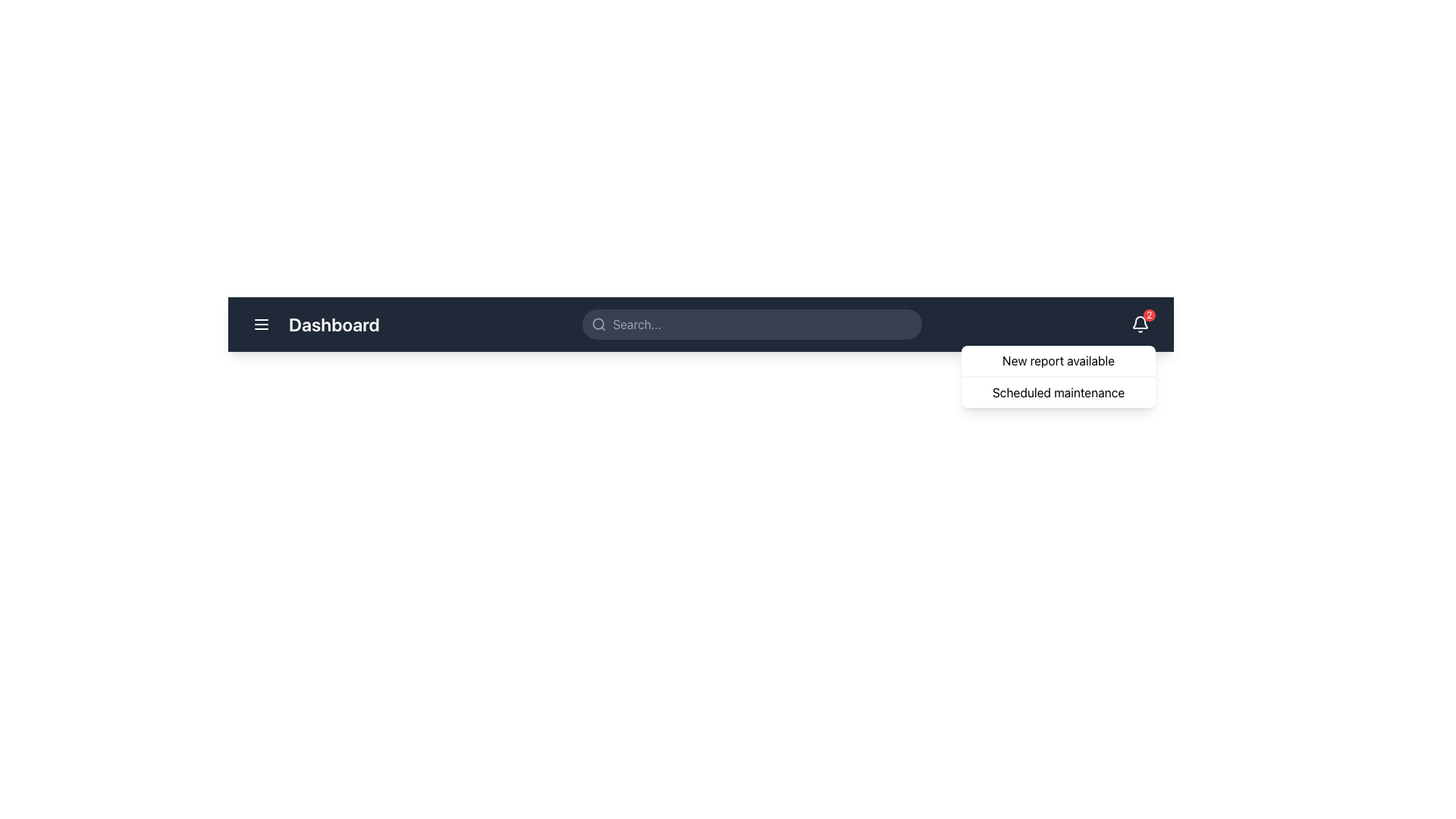 The image size is (1456, 819). Describe the element at coordinates (1140, 324) in the screenshot. I see `the notification bell icon with badge located at the far right of the top navigation bar` at that location.